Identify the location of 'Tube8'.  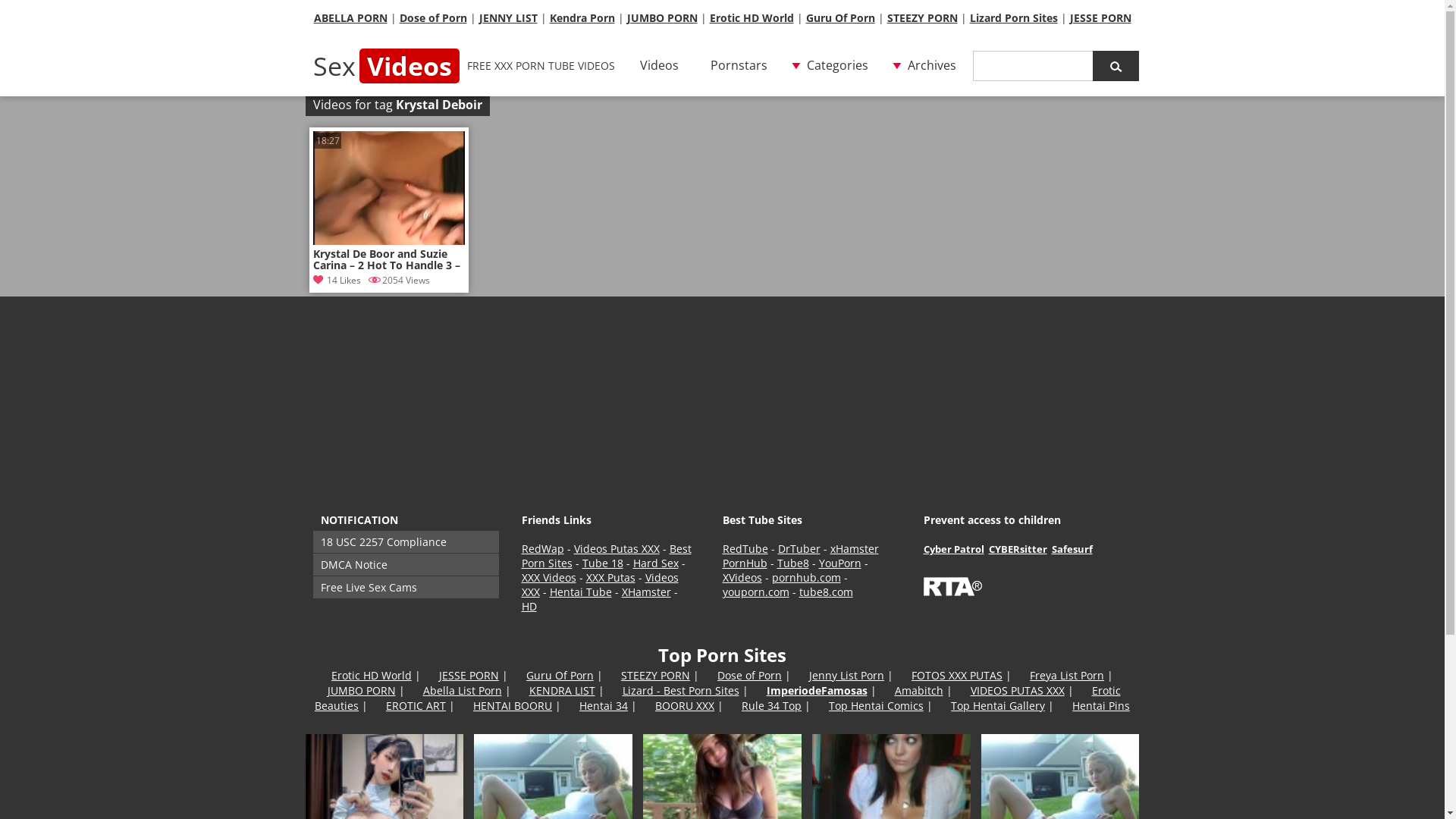
(792, 563).